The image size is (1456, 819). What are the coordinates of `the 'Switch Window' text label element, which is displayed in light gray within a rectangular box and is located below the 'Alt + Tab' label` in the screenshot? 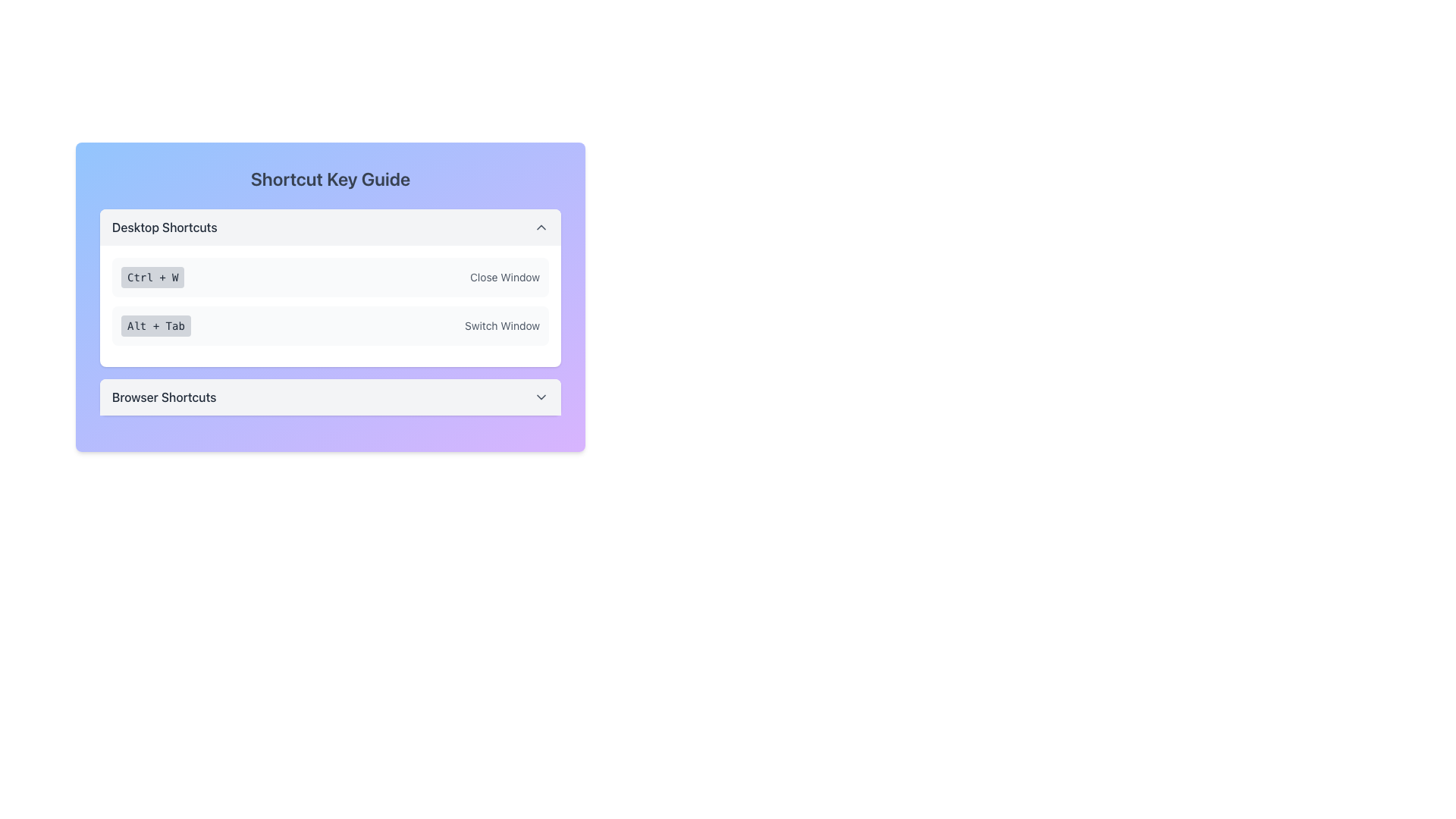 It's located at (502, 325).